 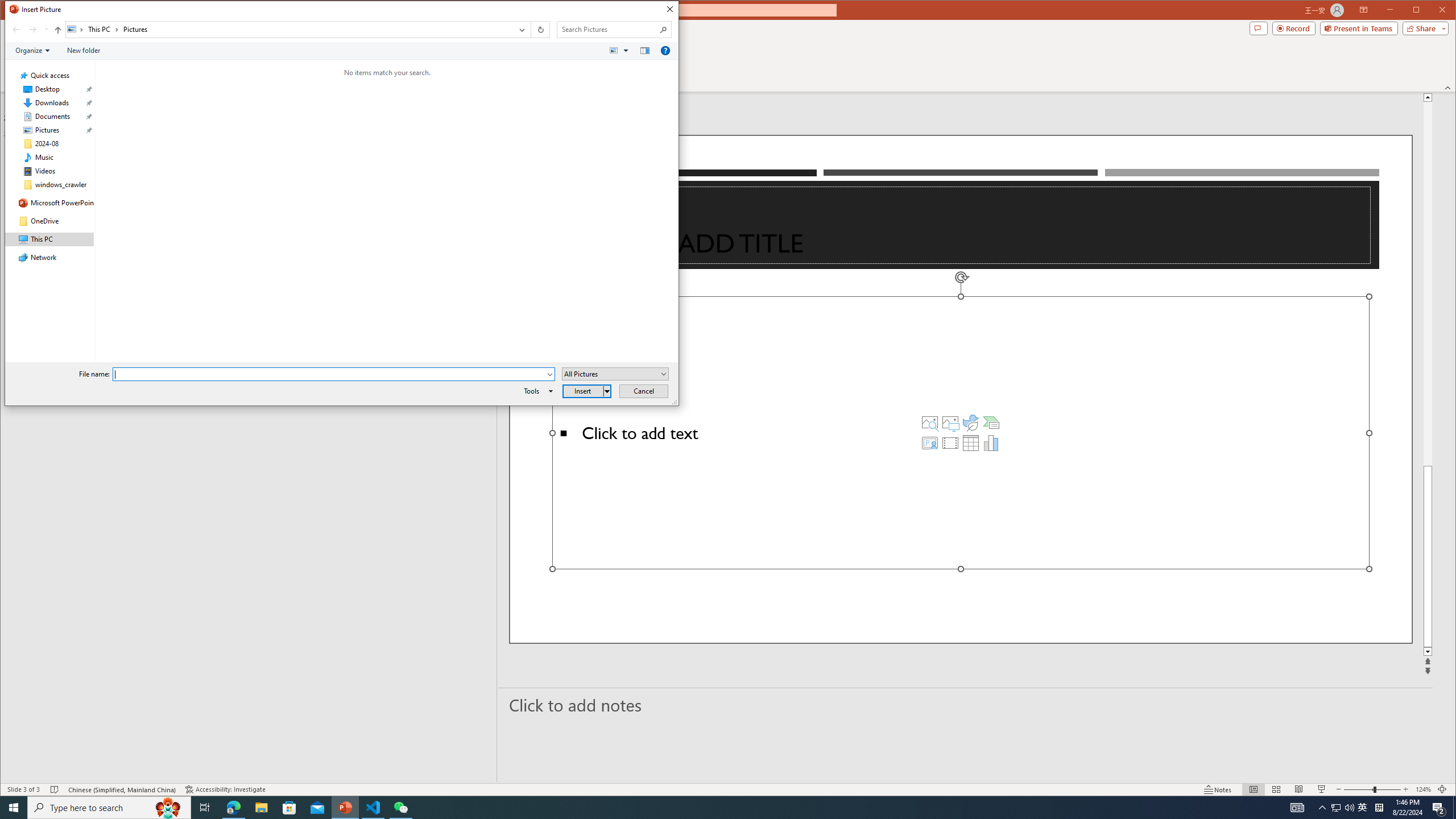 I want to click on 'Tools', so click(x=536, y=390).